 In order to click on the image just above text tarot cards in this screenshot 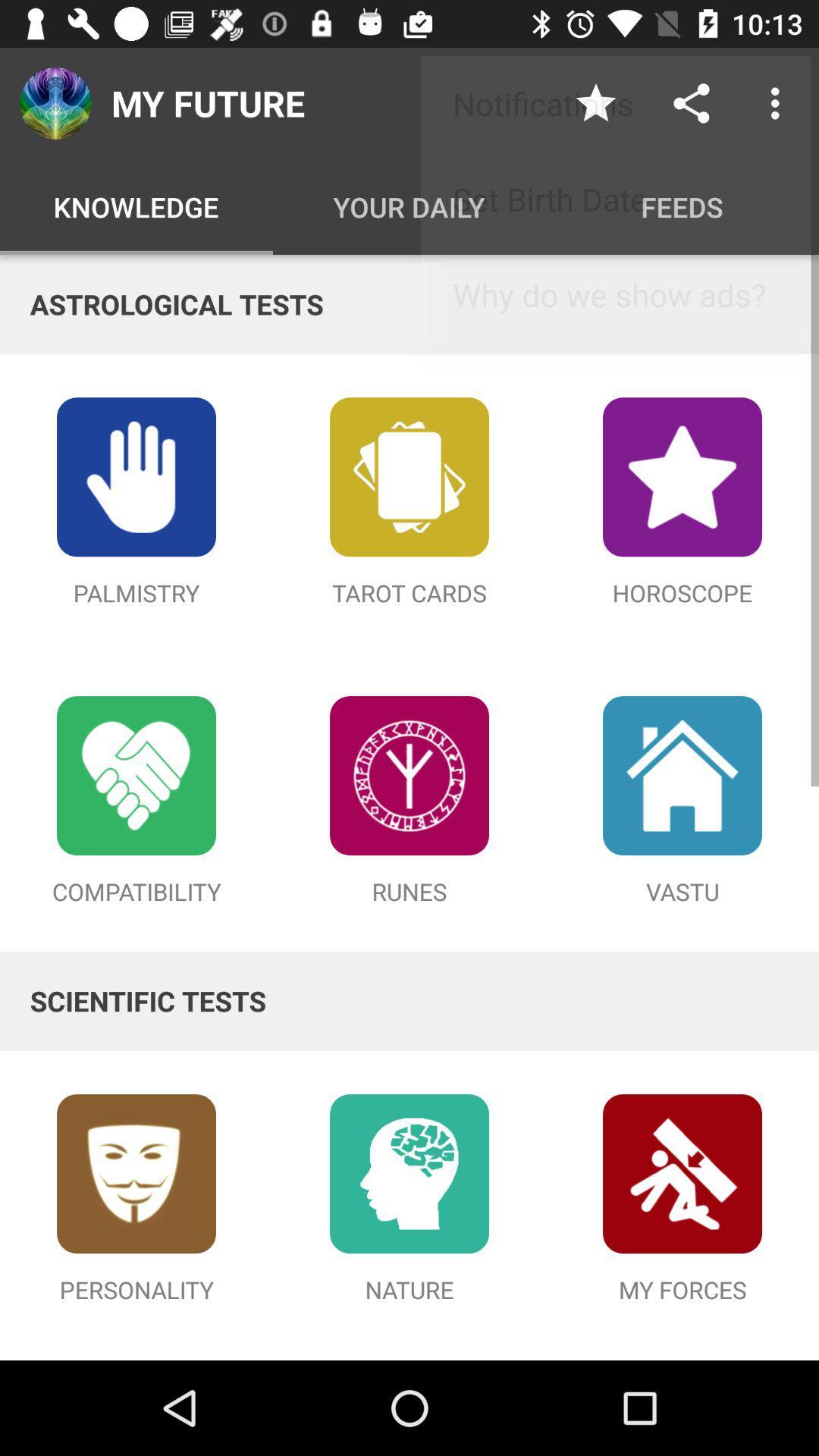, I will do `click(409, 475)`.